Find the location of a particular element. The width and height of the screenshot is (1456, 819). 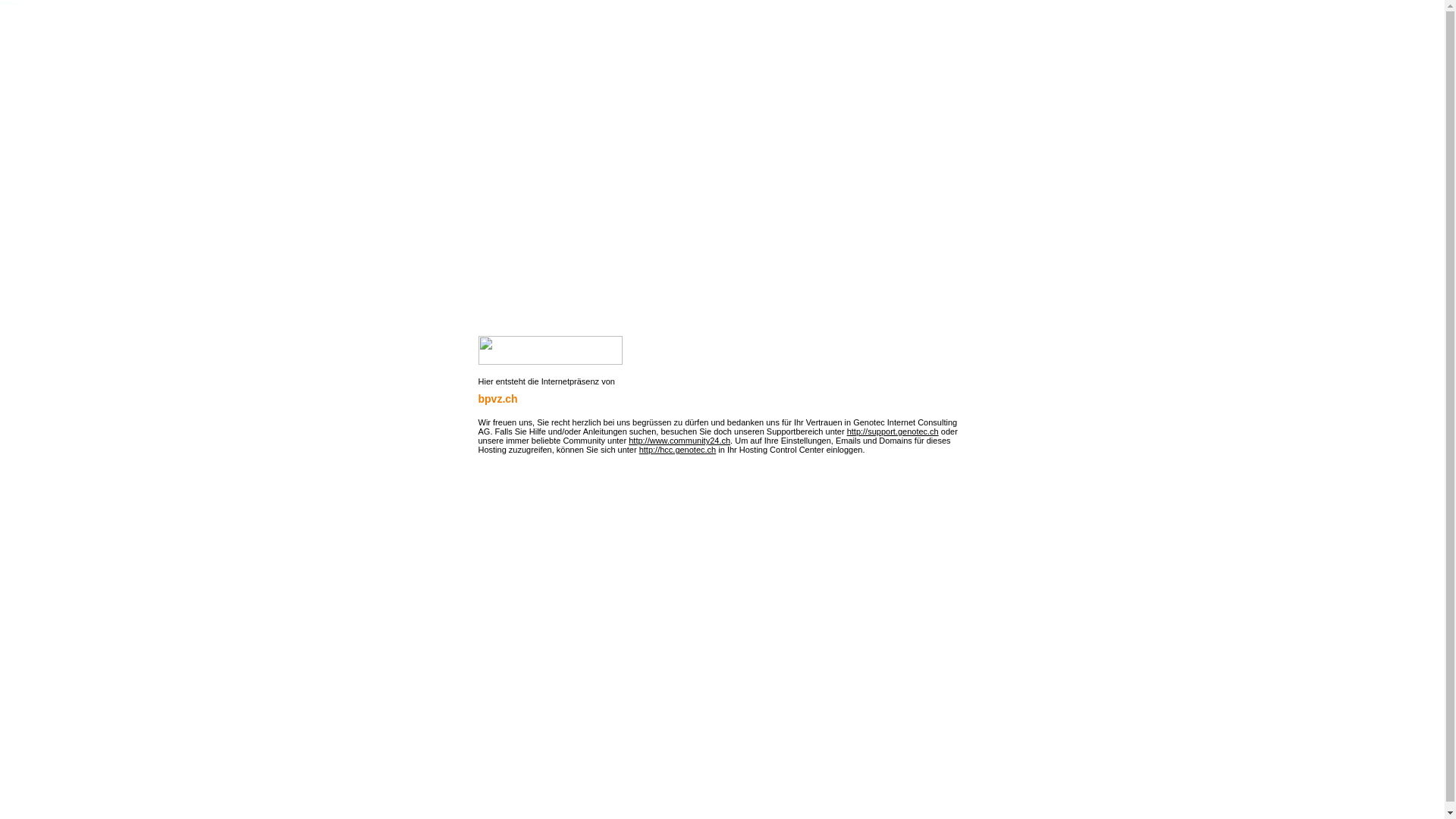

'http://www.community24.ch' is located at coordinates (679, 441).